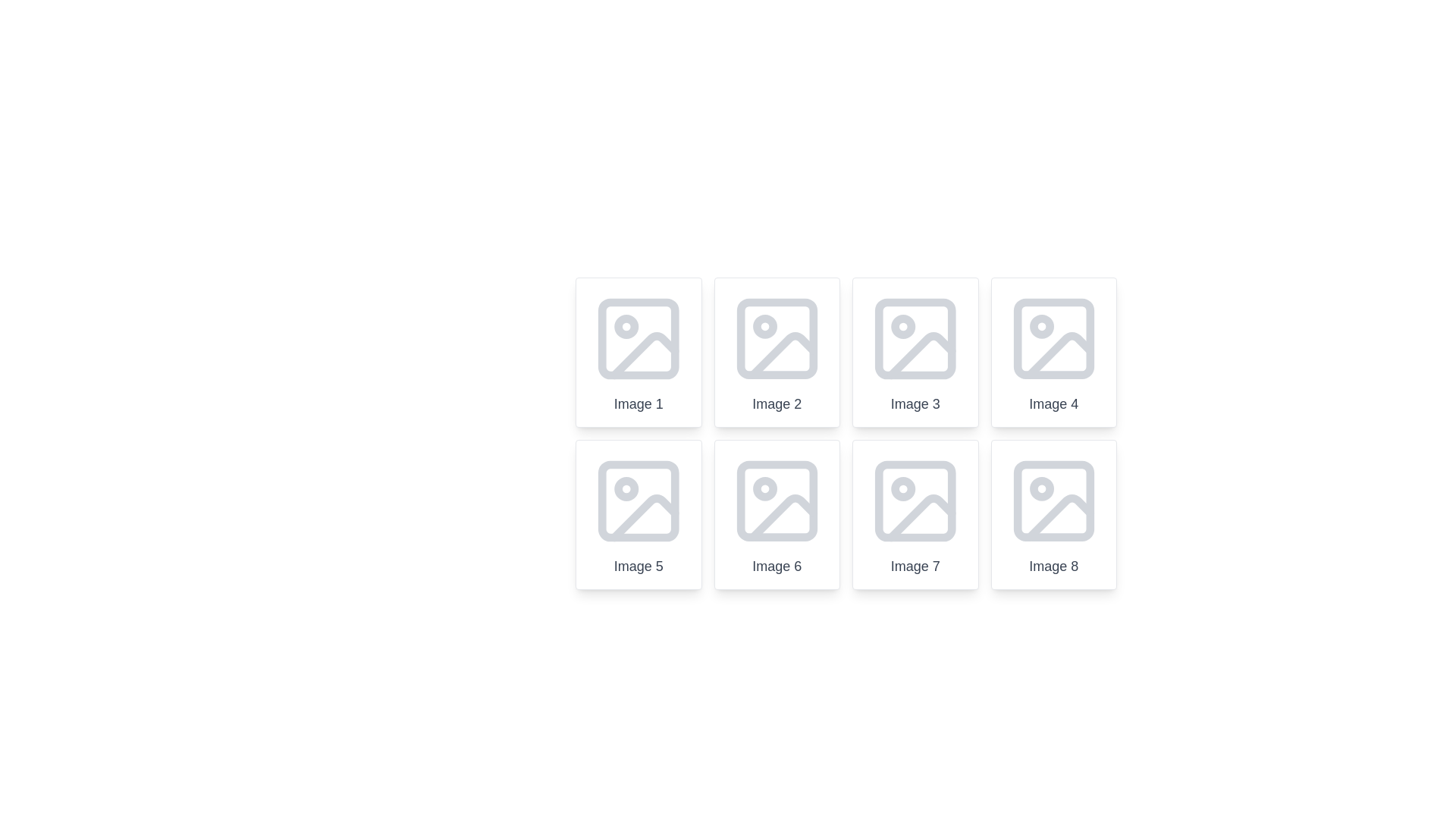 The width and height of the screenshot is (1456, 819). What do you see at coordinates (915, 513) in the screenshot?
I see `the Interactive card element located in the second row and third column of a 4x2 grid to trigger visual feedback` at bounding box center [915, 513].